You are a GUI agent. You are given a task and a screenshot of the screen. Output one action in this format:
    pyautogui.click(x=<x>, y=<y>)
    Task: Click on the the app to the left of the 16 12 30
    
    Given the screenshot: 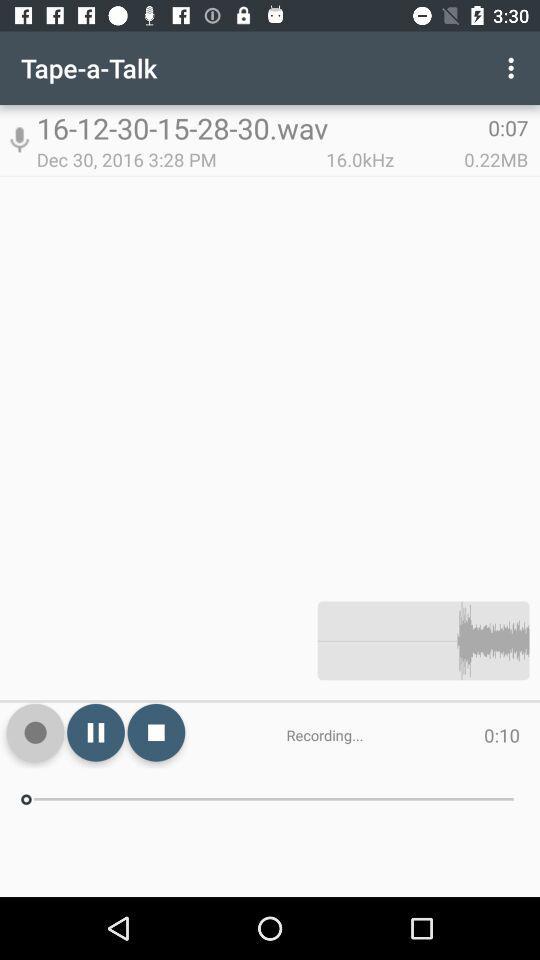 What is the action you would take?
    pyautogui.click(x=18, y=139)
    